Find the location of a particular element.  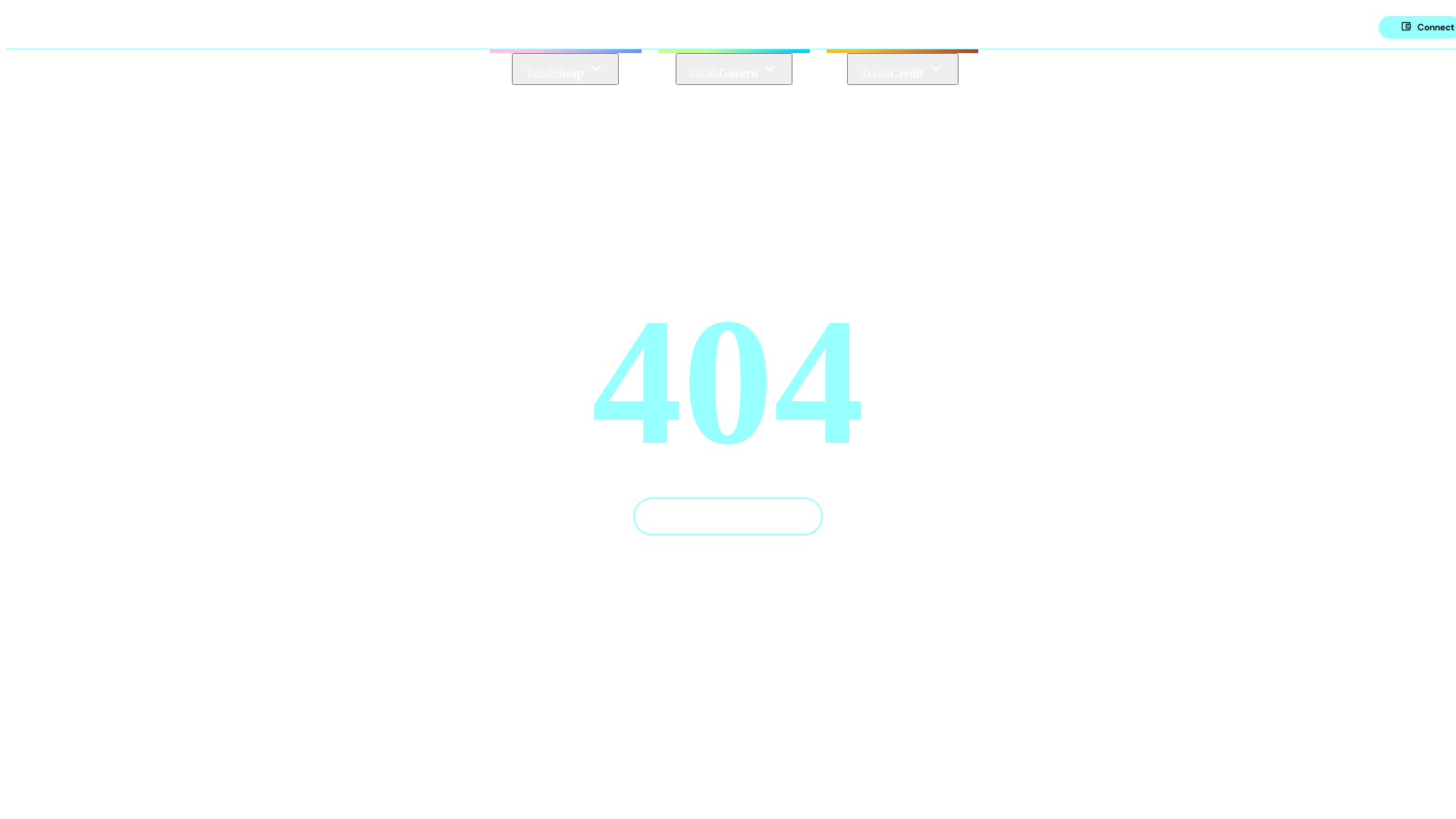

'3xcaliCredit' is located at coordinates (902, 69).